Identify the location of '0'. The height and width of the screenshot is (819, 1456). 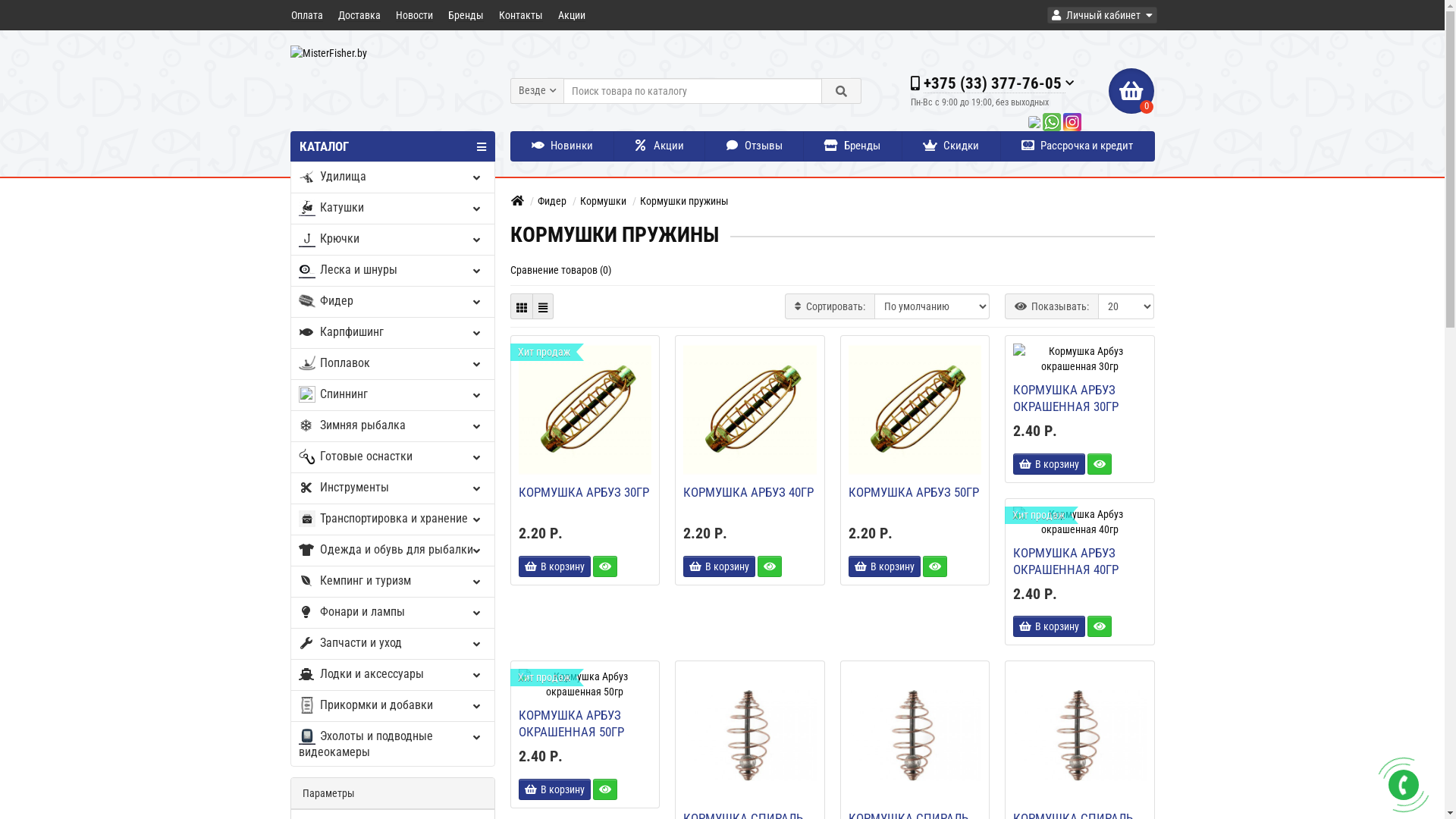
(1131, 90).